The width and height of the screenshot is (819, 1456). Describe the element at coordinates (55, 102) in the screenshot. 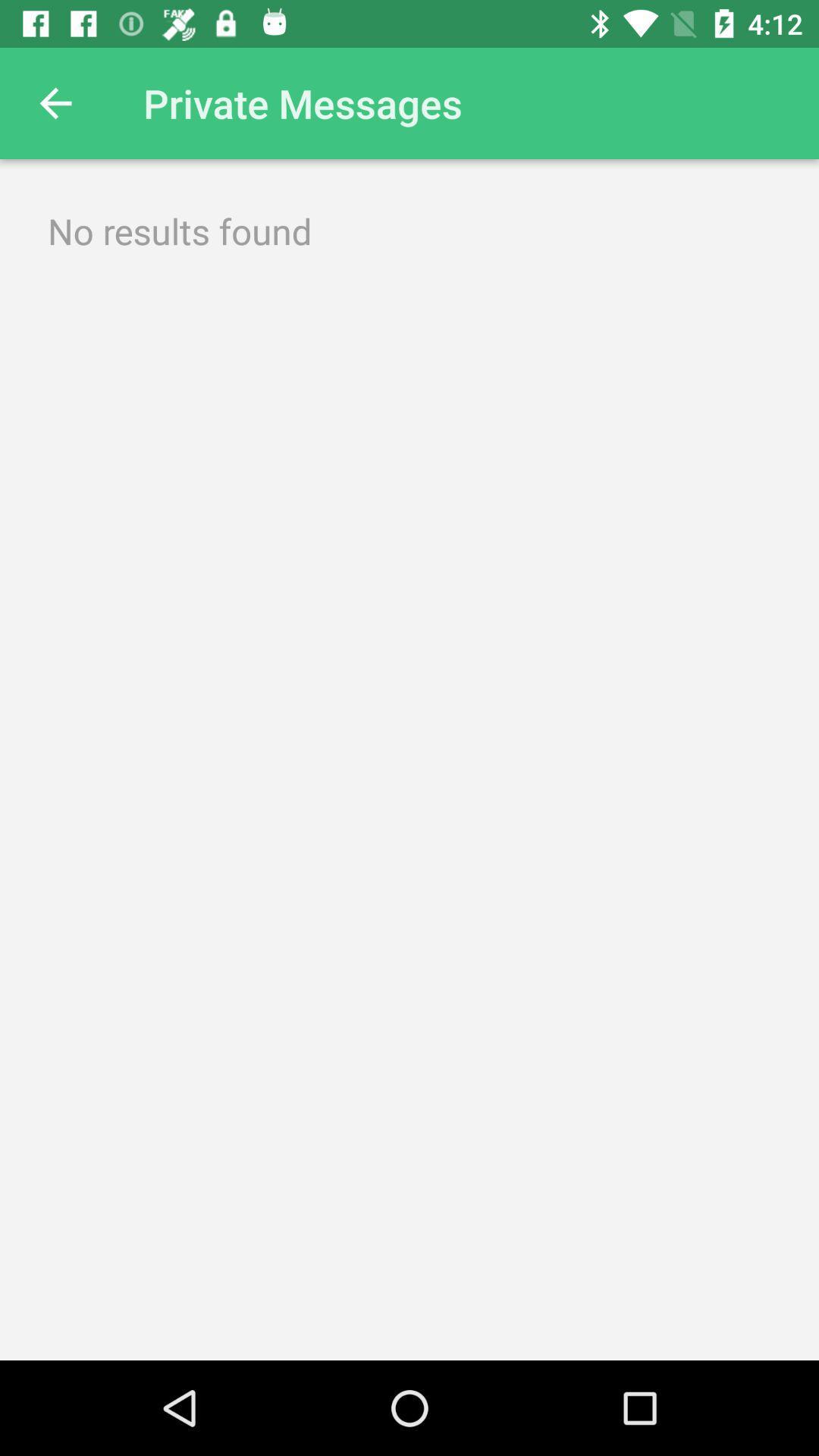

I see `the item above the no results found item` at that location.